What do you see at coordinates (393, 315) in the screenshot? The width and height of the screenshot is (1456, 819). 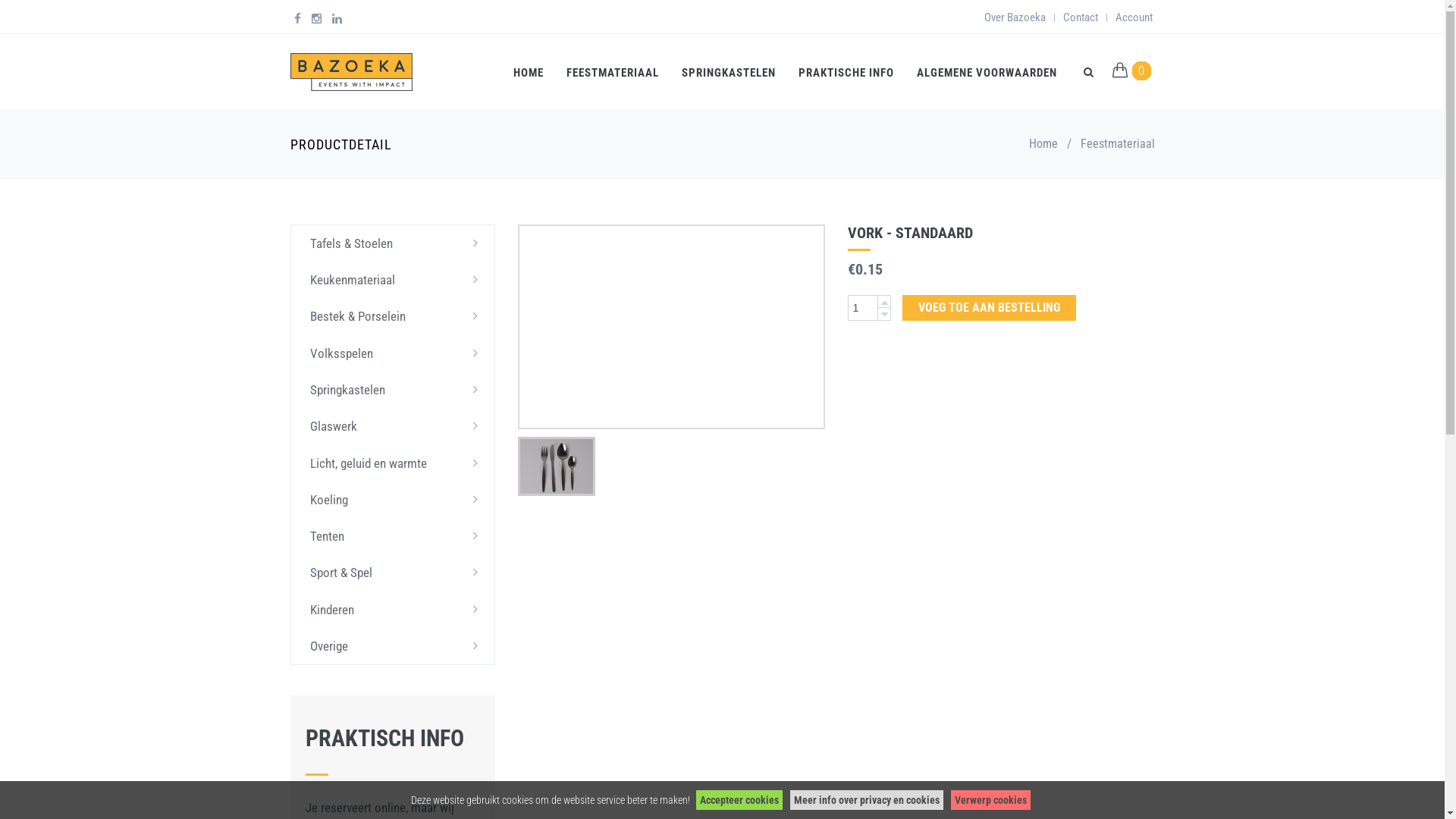 I see `'Bestek & Porselein'` at bounding box center [393, 315].